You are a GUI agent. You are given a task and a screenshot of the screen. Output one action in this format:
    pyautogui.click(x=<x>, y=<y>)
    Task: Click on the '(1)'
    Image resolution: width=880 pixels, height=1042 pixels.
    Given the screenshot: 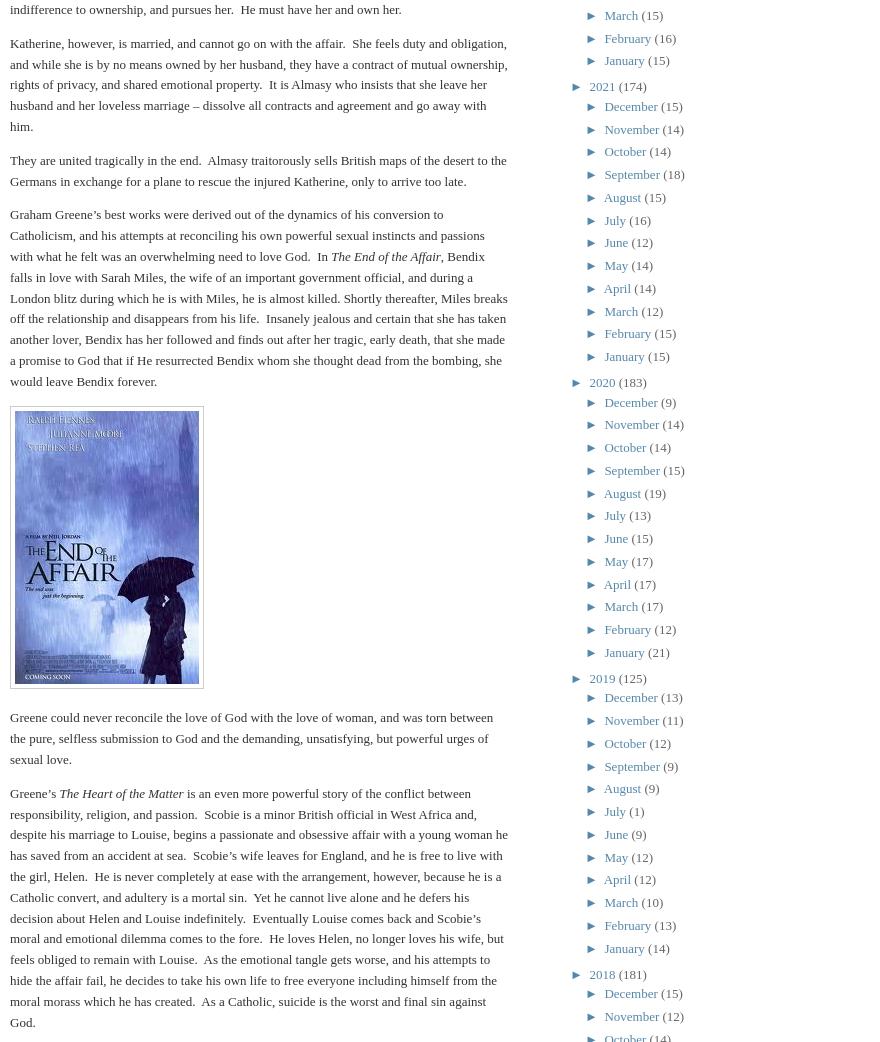 What is the action you would take?
    pyautogui.click(x=636, y=811)
    